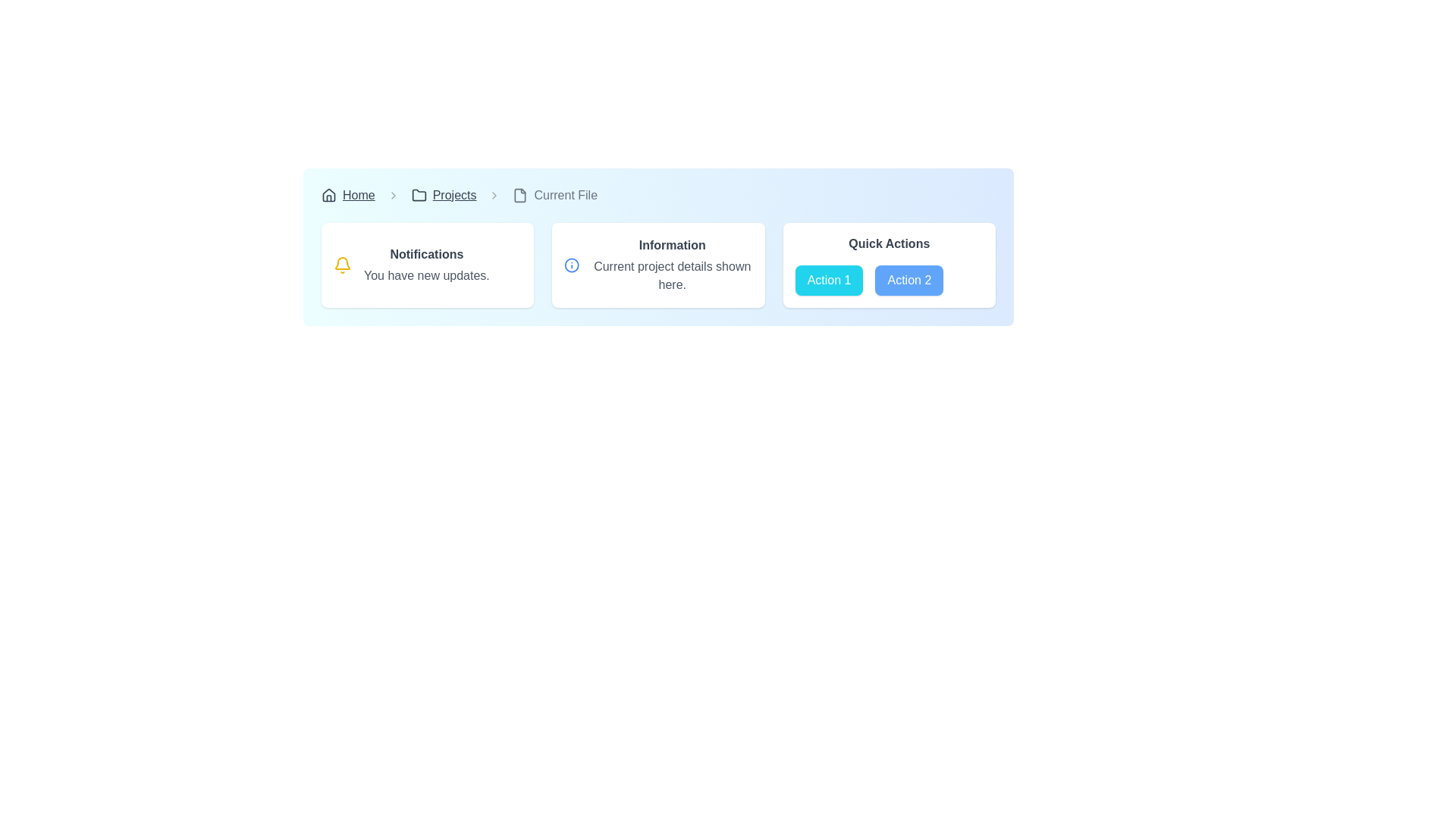 Image resolution: width=1456 pixels, height=819 pixels. What do you see at coordinates (571, 265) in the screenshot?
I see `the circular information icon with a blue outline, featuring an 'i' symbol in the center, located near the left edge of the 'Information' card` at bounding box center [571, 265].